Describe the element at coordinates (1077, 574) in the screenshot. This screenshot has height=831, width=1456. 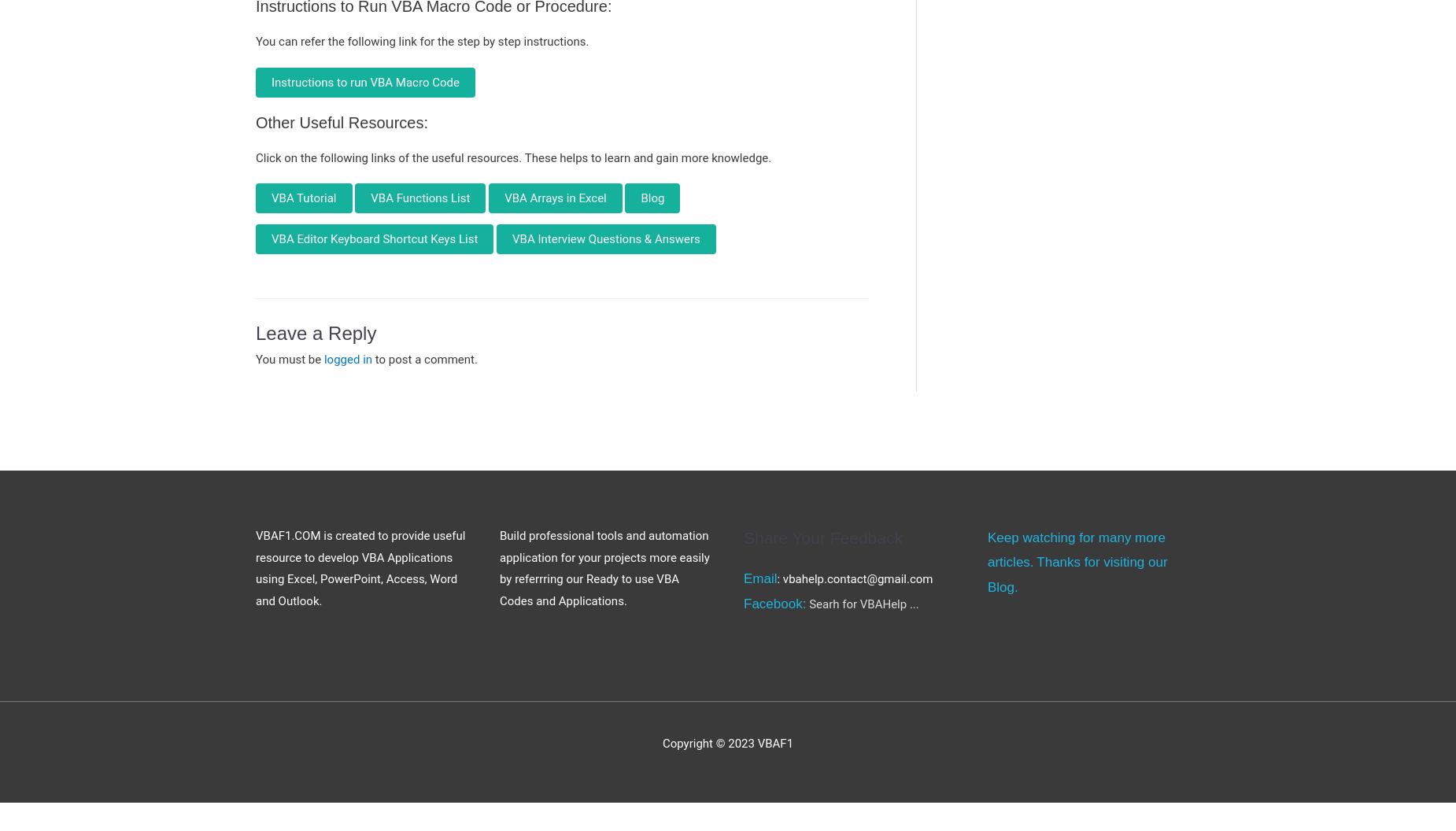
I see `'Thanks for visiting our Blog.'` at that location.